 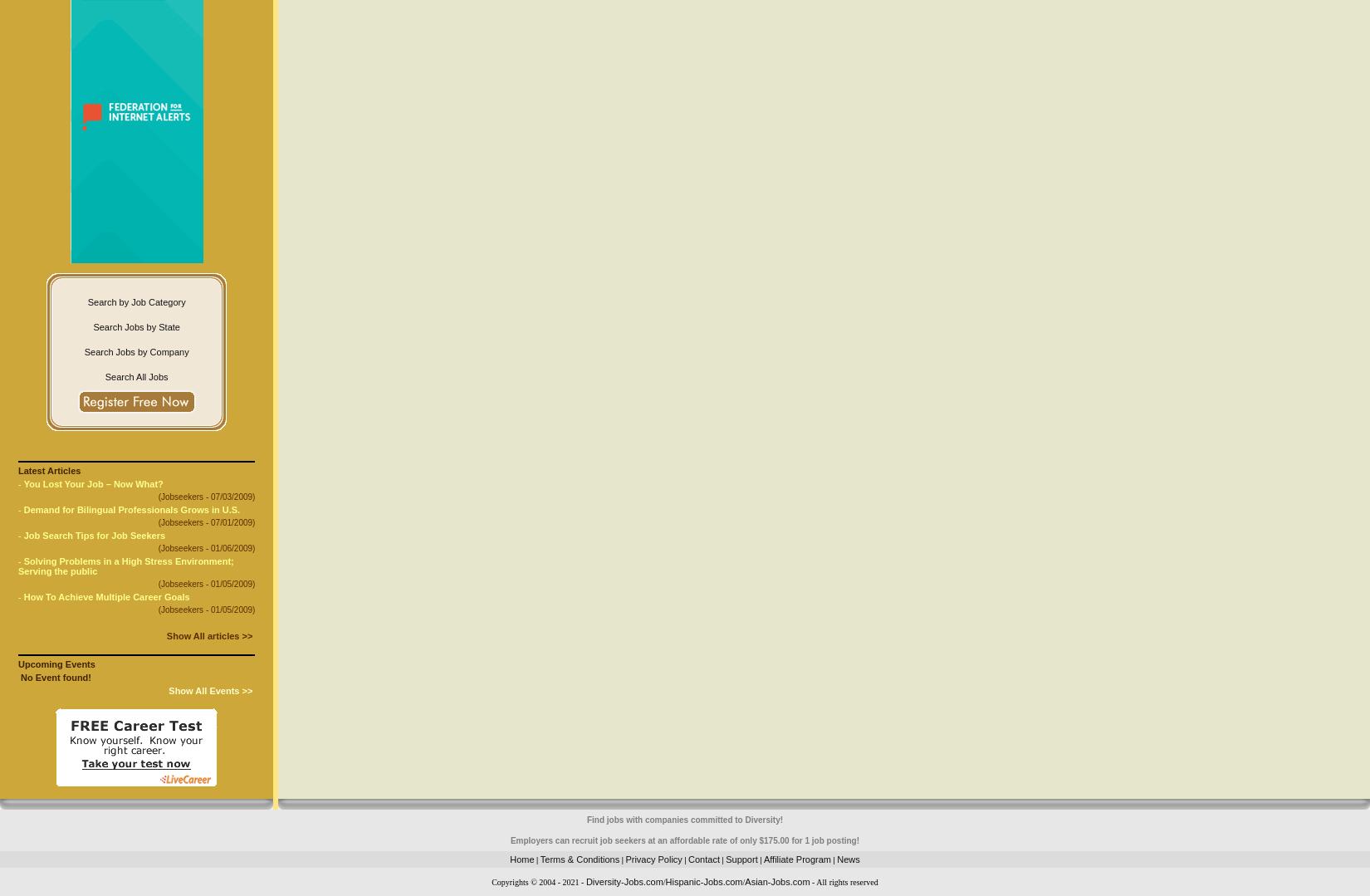 I want to click on 'Demand for Bilingual Professionals Grows in U.S.', so click(x=131, y=509).